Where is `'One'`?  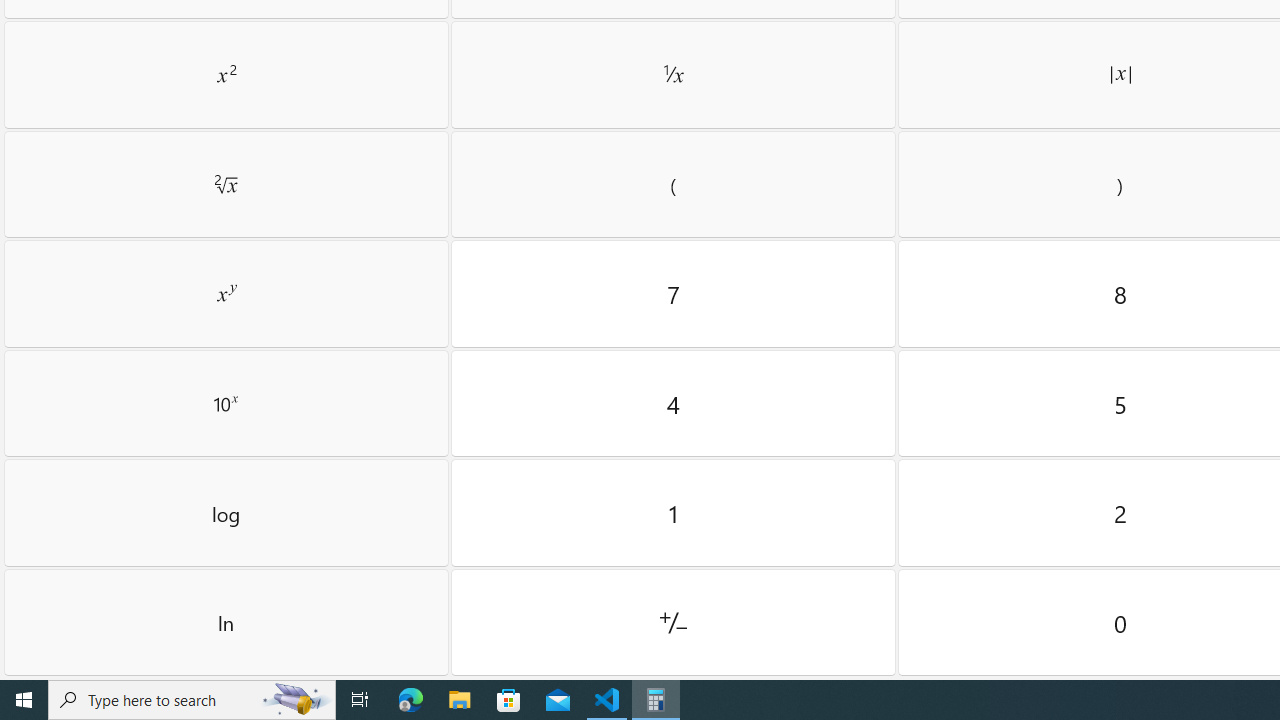
'One' is located at coordinates (673, 512).